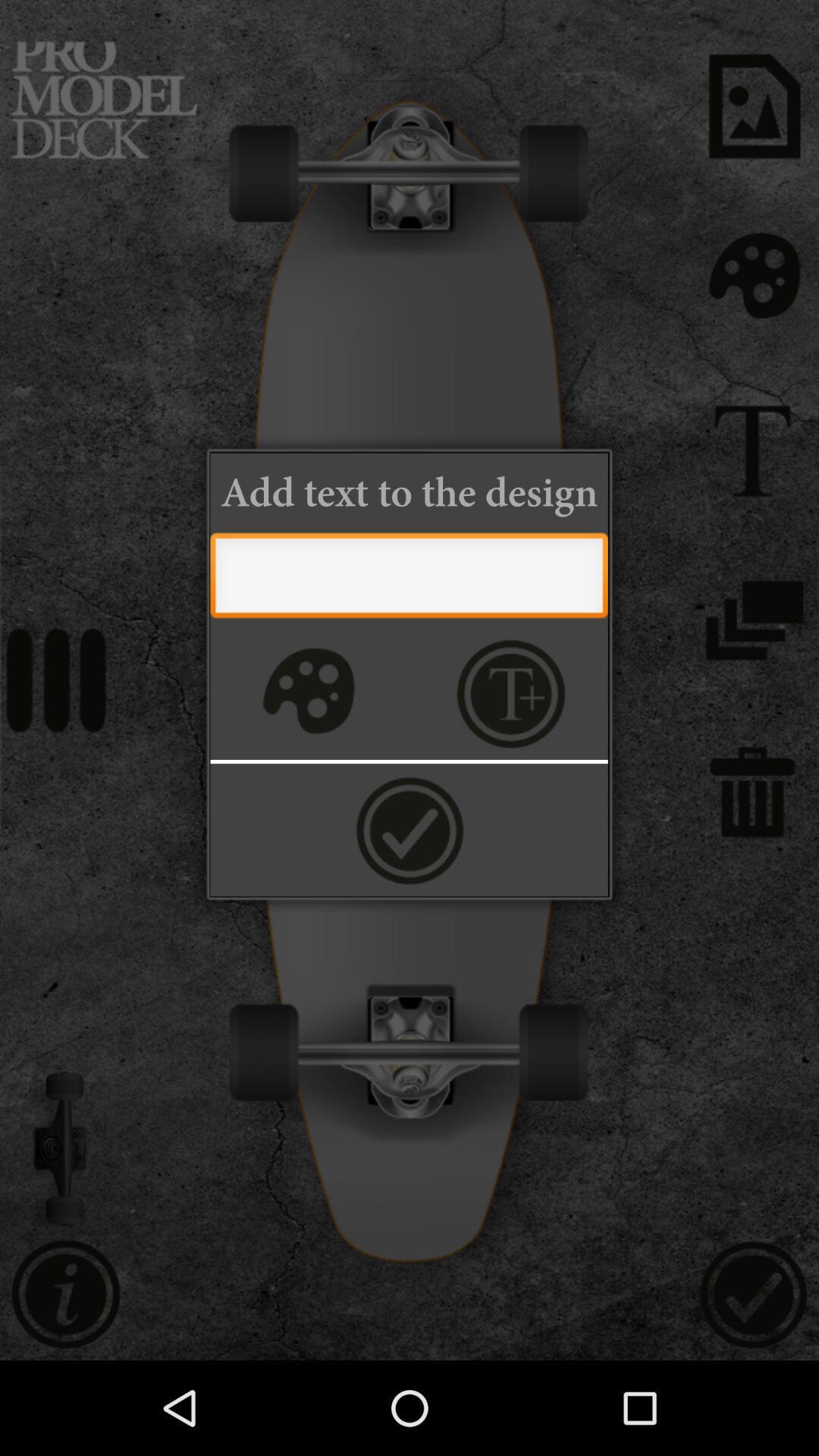 Image resolution: width=819 pixels, height=1456 pixels. What do you see at coordinates (511, 692) in the screenshot?
I see `change font` at bounding box center [511, 692].